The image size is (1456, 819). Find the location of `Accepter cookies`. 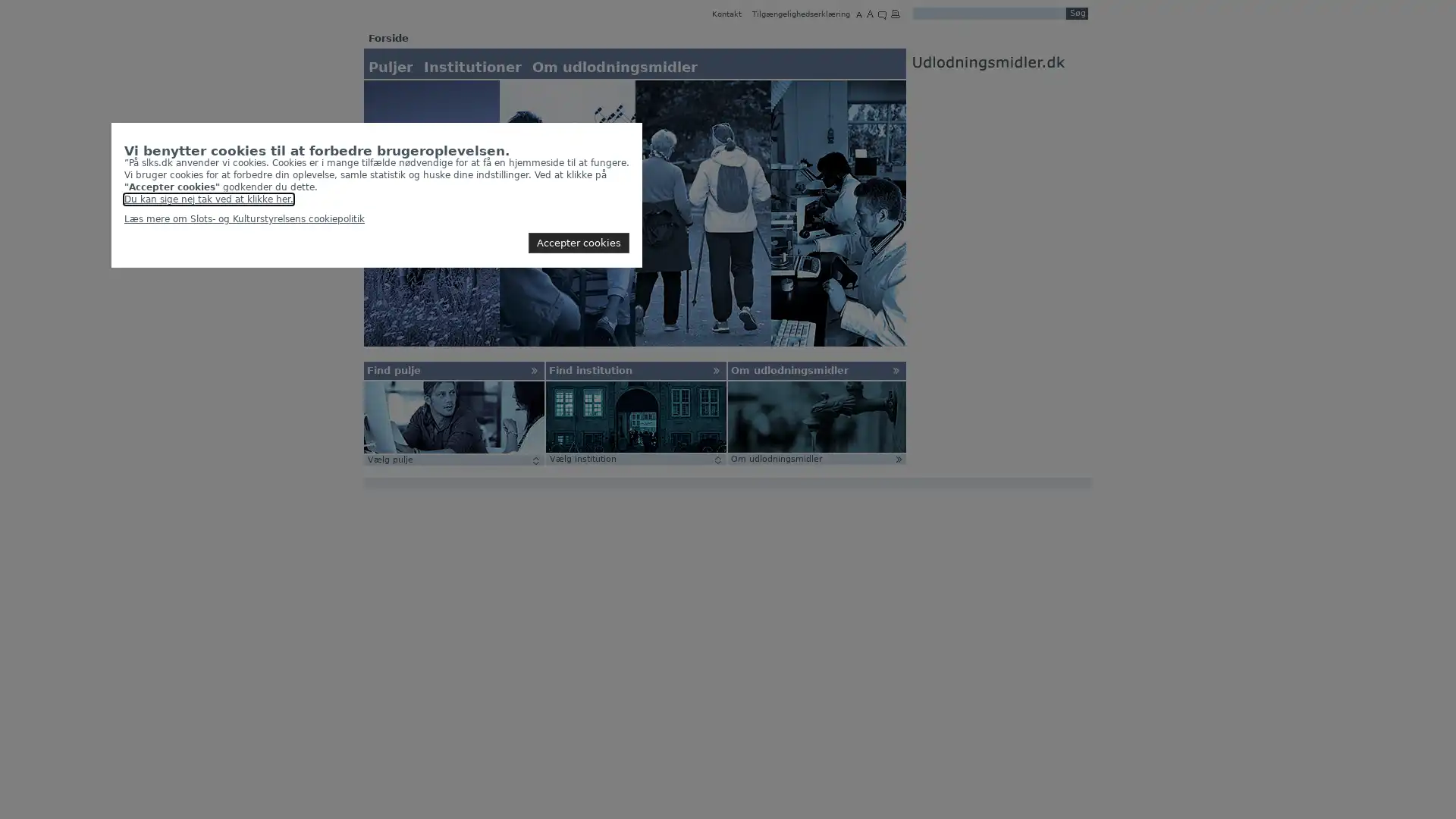

Accepter cookies is located at coordinates (578, 242).